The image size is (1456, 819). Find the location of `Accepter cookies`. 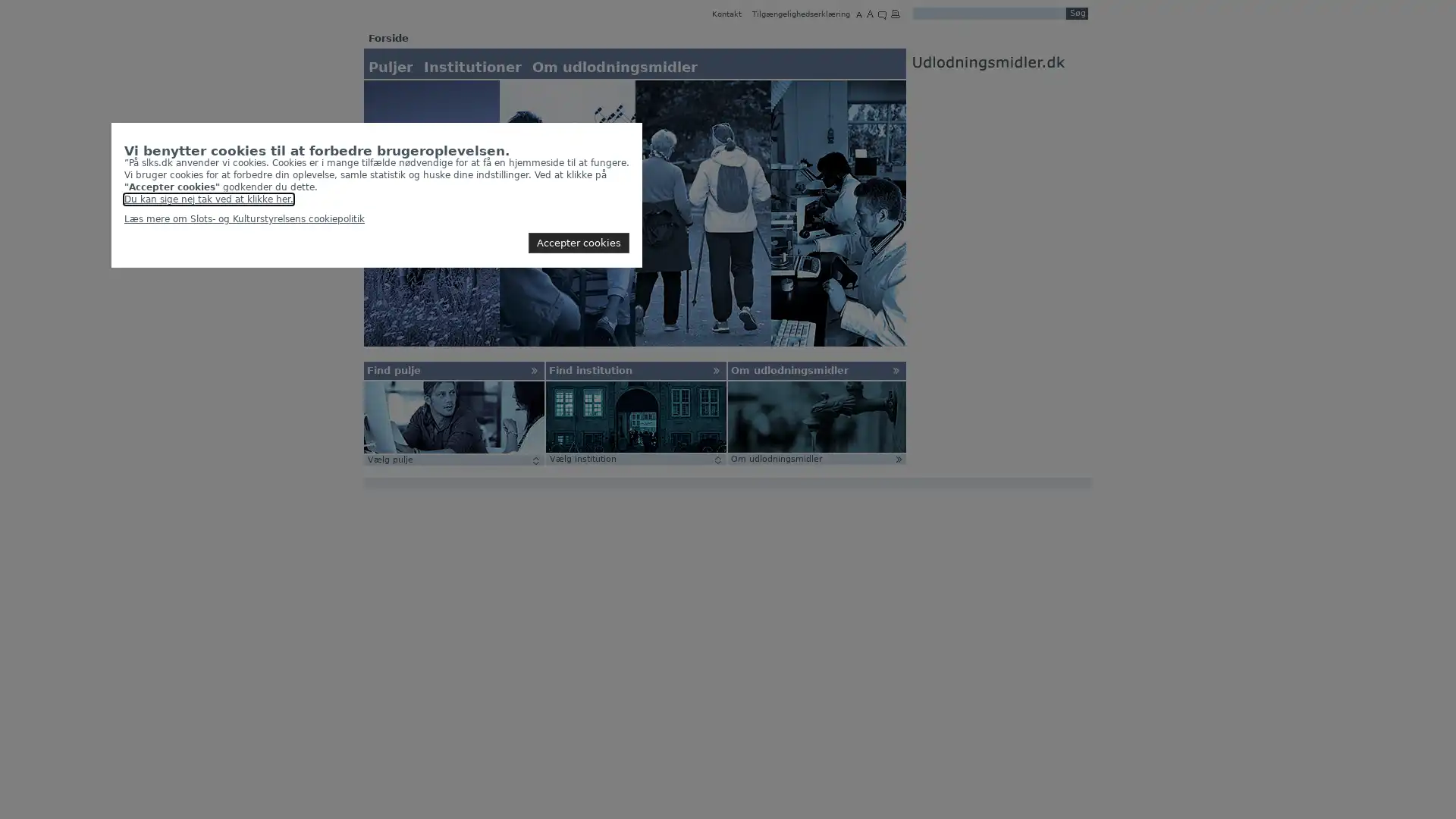

Accepter cookies is located at coordinates (578, 242).